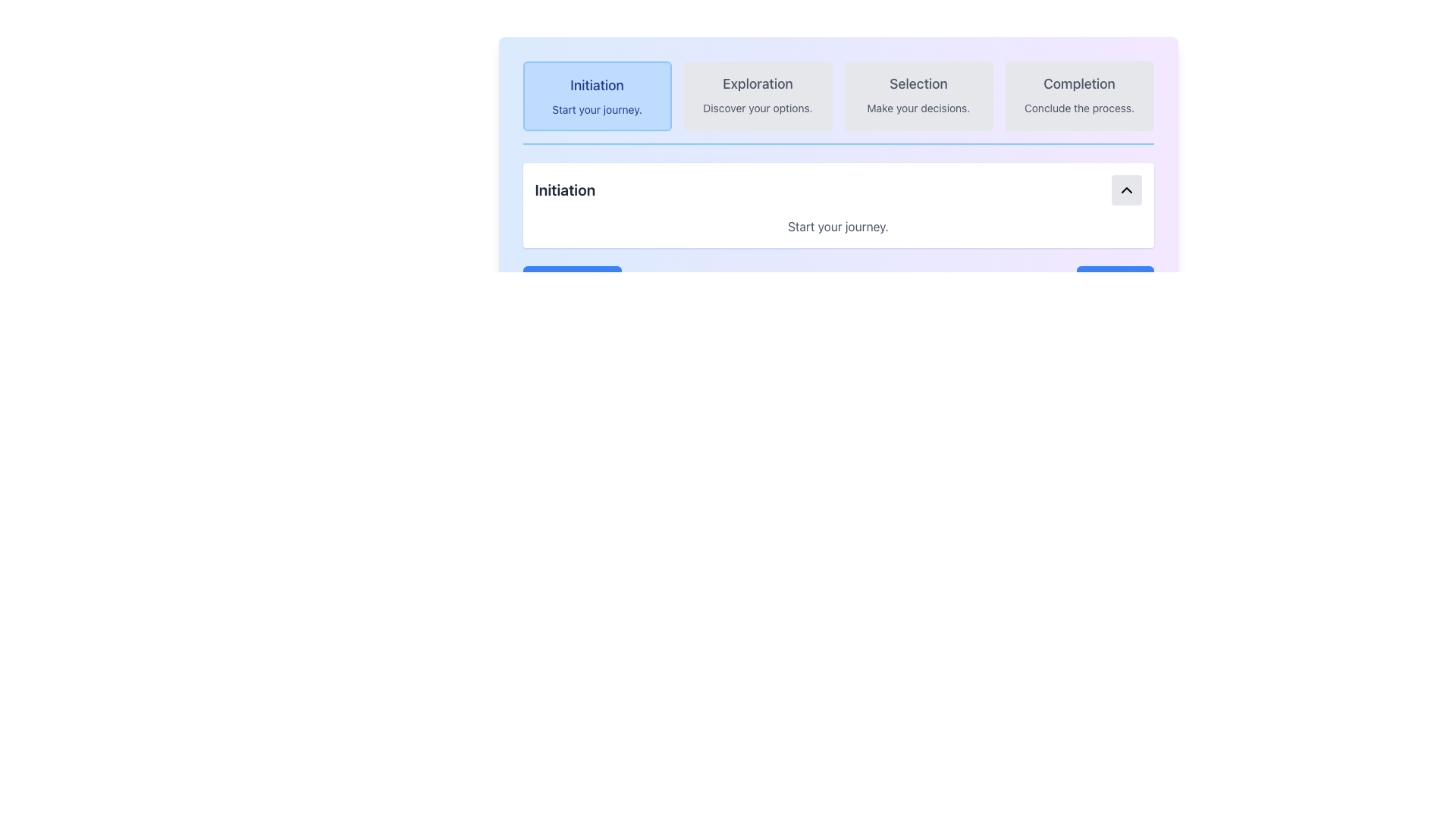 The image size is (1456, 819). I want to click on the 'Previous' navigation button located at the lower section of the interface, so click(544, 282).